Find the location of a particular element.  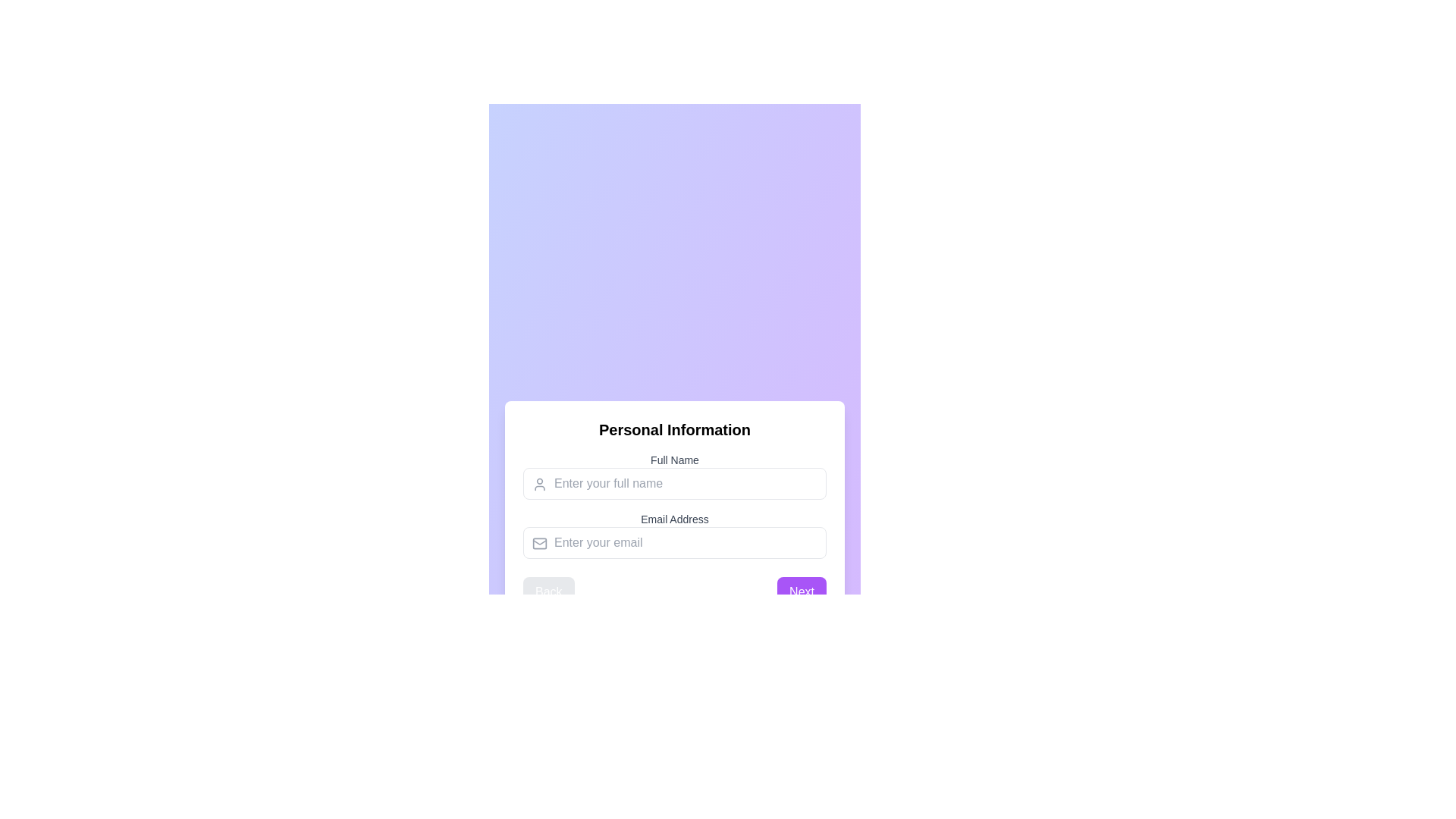

the static text label indicating 'Full Name' which is positioned above the text input field in the 'Personal Information' section is located at coordinates (673, 459).